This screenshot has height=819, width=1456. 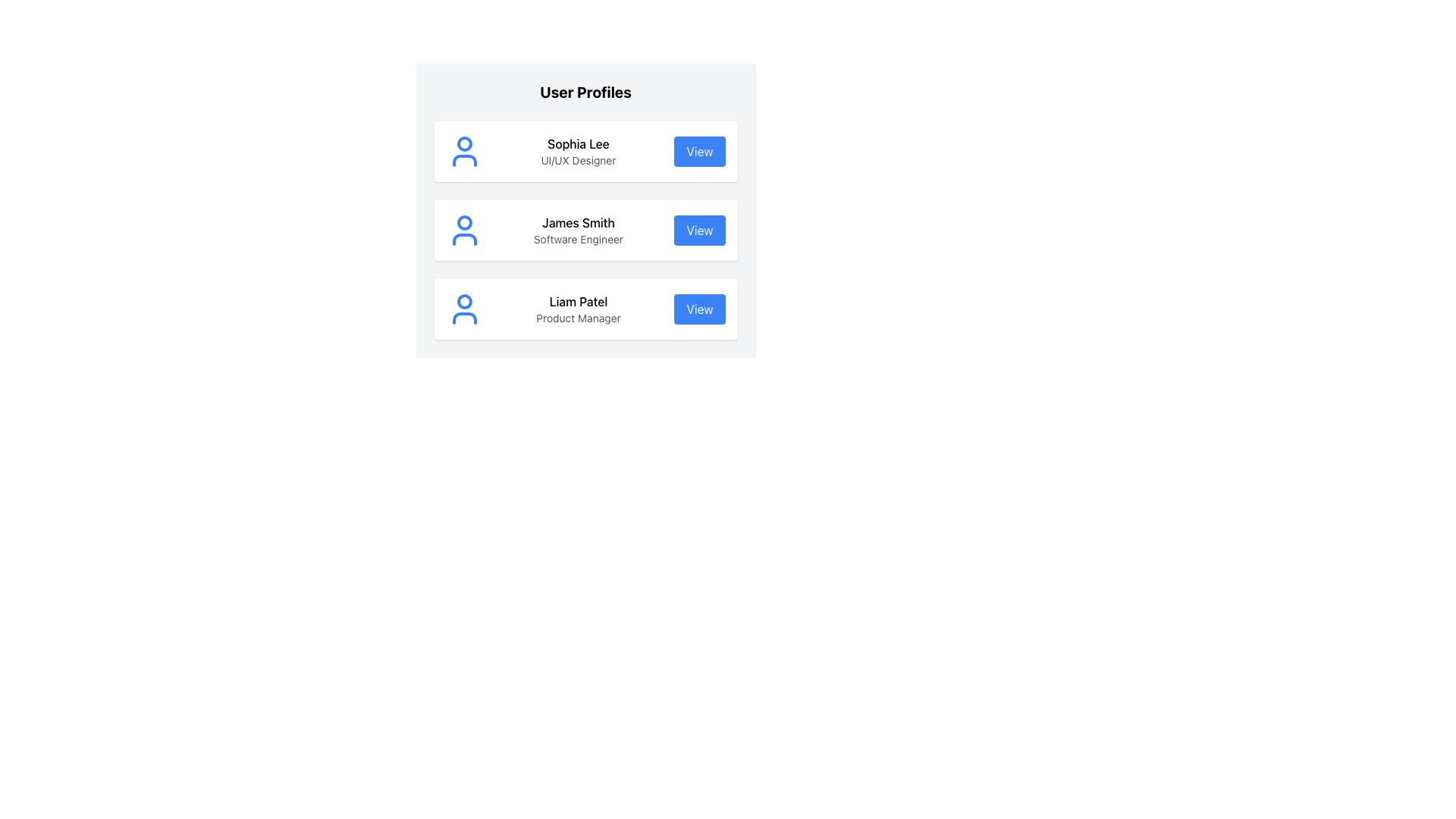 What do you see at coordinates (463, 301) in the screenshot?
I see `the SVG Circle representing the profile icon of 'Liam Patel', which is the last user profile icon in the list` at bounding box center [463, 301].